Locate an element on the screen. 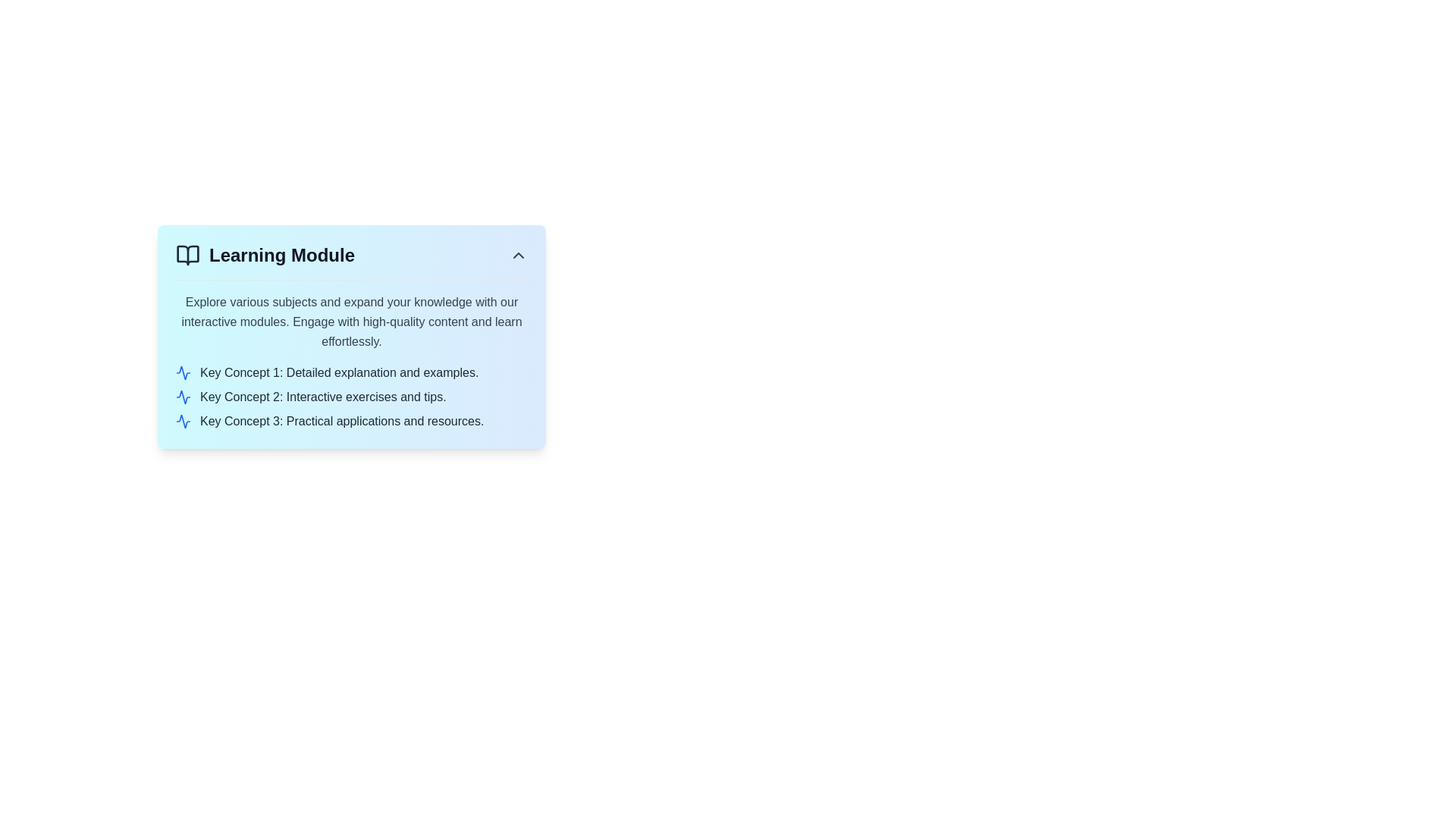 The width and height of the screenshot is (1456, 819). the icon that serves as a visual indicator for 'Key Concept 2' in the Learning Module, positioned before the text 'Key Concept 2: Interactive exercises and tips.' is located at coordinates (182, 397).